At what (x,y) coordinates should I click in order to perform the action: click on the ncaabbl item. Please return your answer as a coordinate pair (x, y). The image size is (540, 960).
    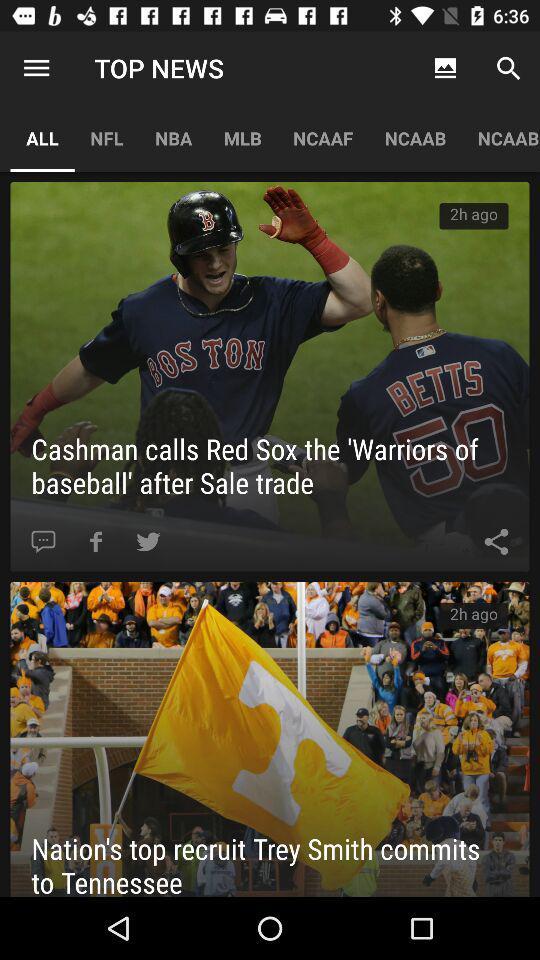
    Looking at the image, I should click on (500, 137).